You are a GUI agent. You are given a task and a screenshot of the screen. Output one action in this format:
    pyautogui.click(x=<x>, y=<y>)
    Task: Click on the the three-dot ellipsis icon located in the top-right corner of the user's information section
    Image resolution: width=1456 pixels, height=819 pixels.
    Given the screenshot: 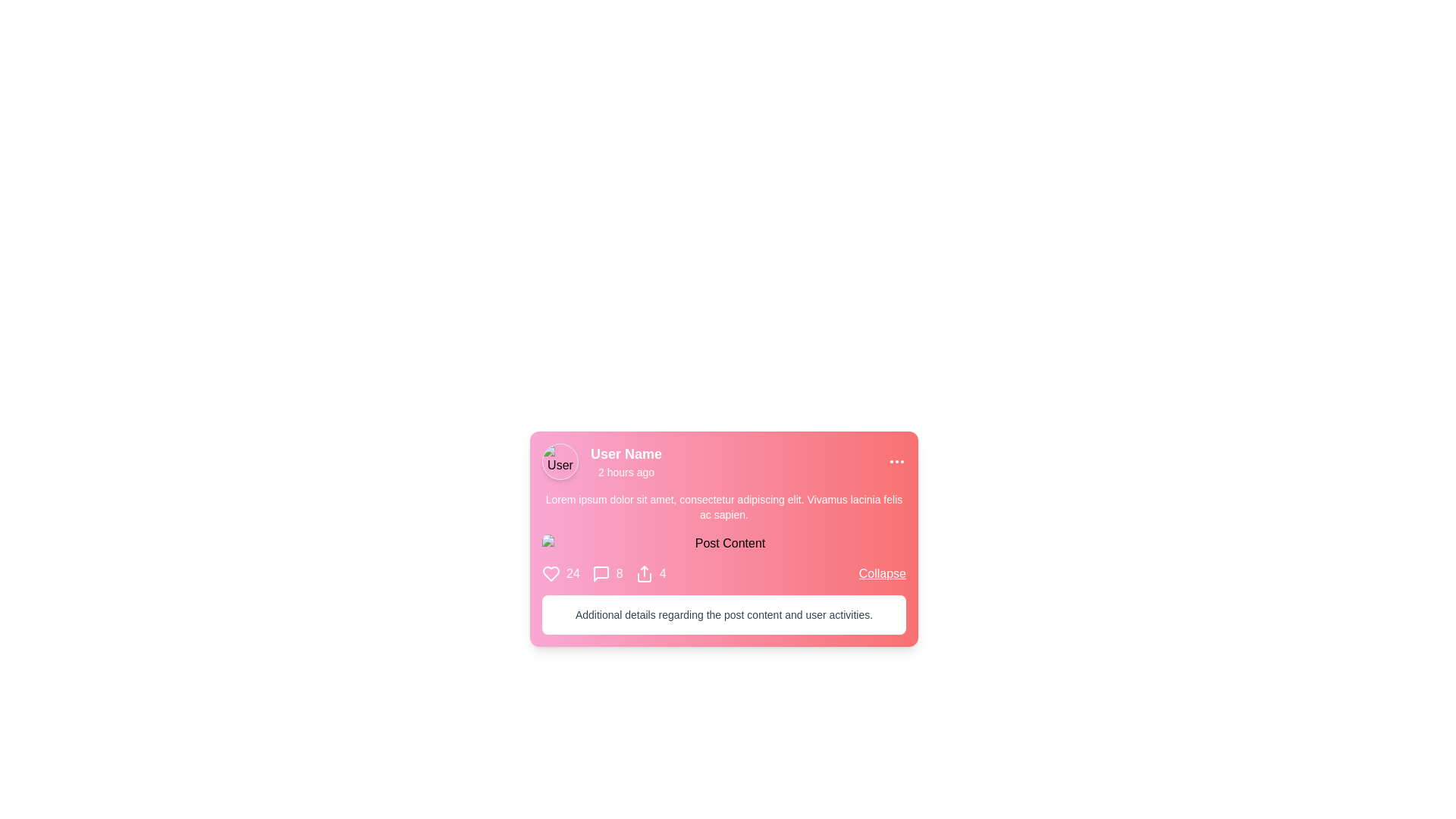 What is the action you would take?
    pyautogui.click(x=896, y=461)
    